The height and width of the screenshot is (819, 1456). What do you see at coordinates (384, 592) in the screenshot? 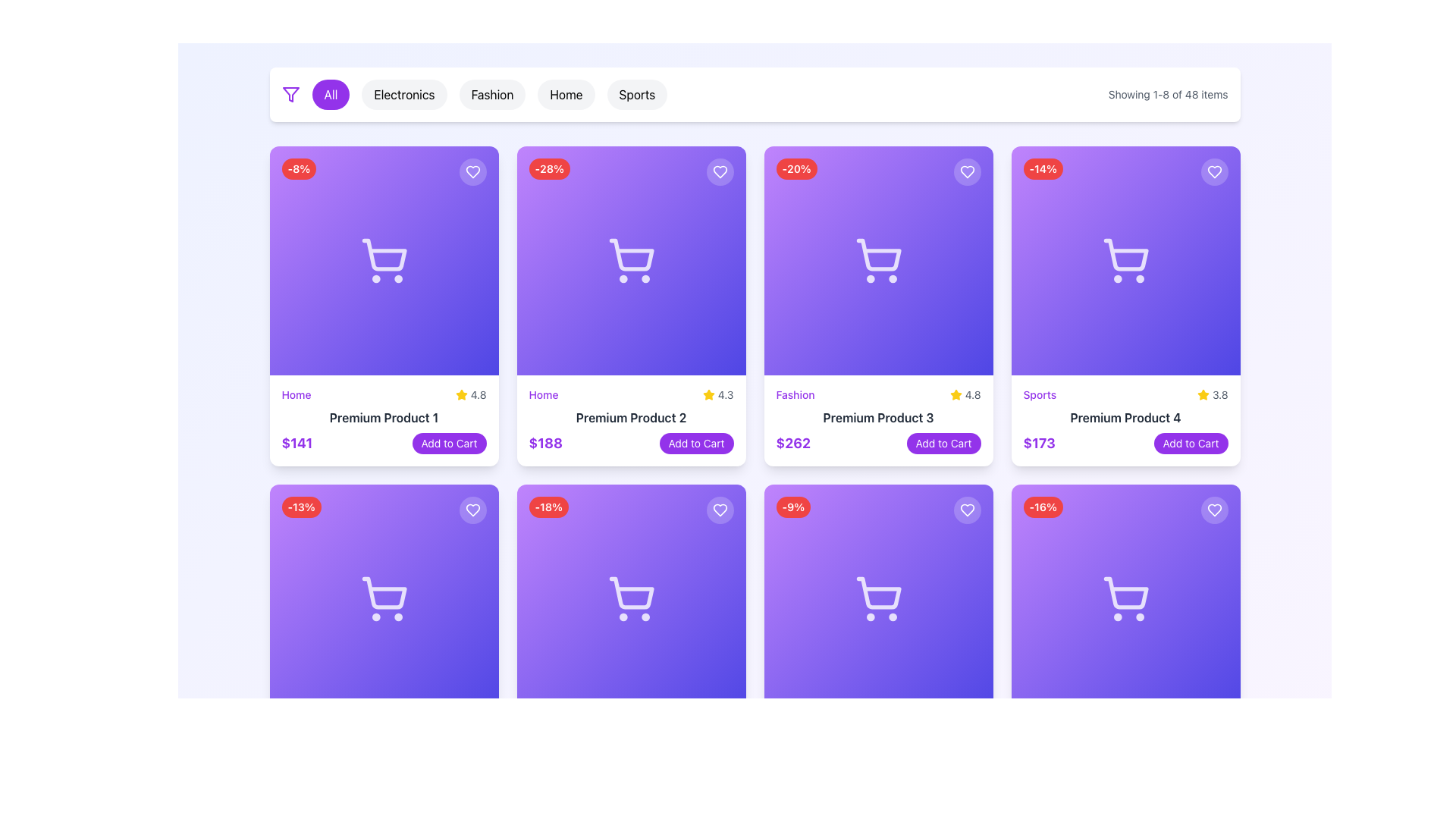
I see `the cart icon, which is a minimalistic hollow design with a white stroke, located within the product card for 'Premium Product 1' in the top left quadrant of the UI` at bounding box center [384, 592].